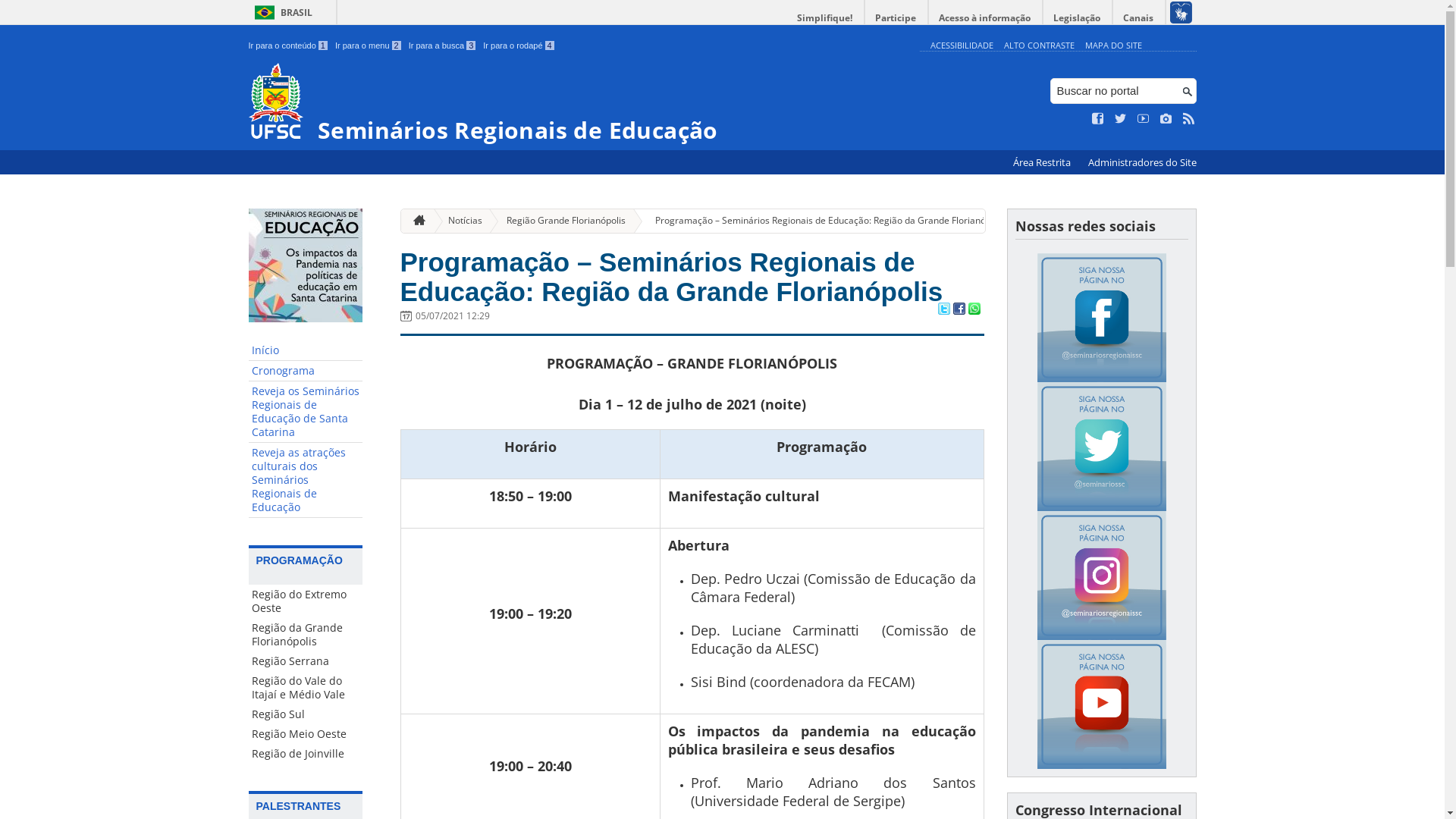 Image resolution: width=1456 pixels, height=819 pixels. I want to click on 'Cronograma', so click(305, 371).